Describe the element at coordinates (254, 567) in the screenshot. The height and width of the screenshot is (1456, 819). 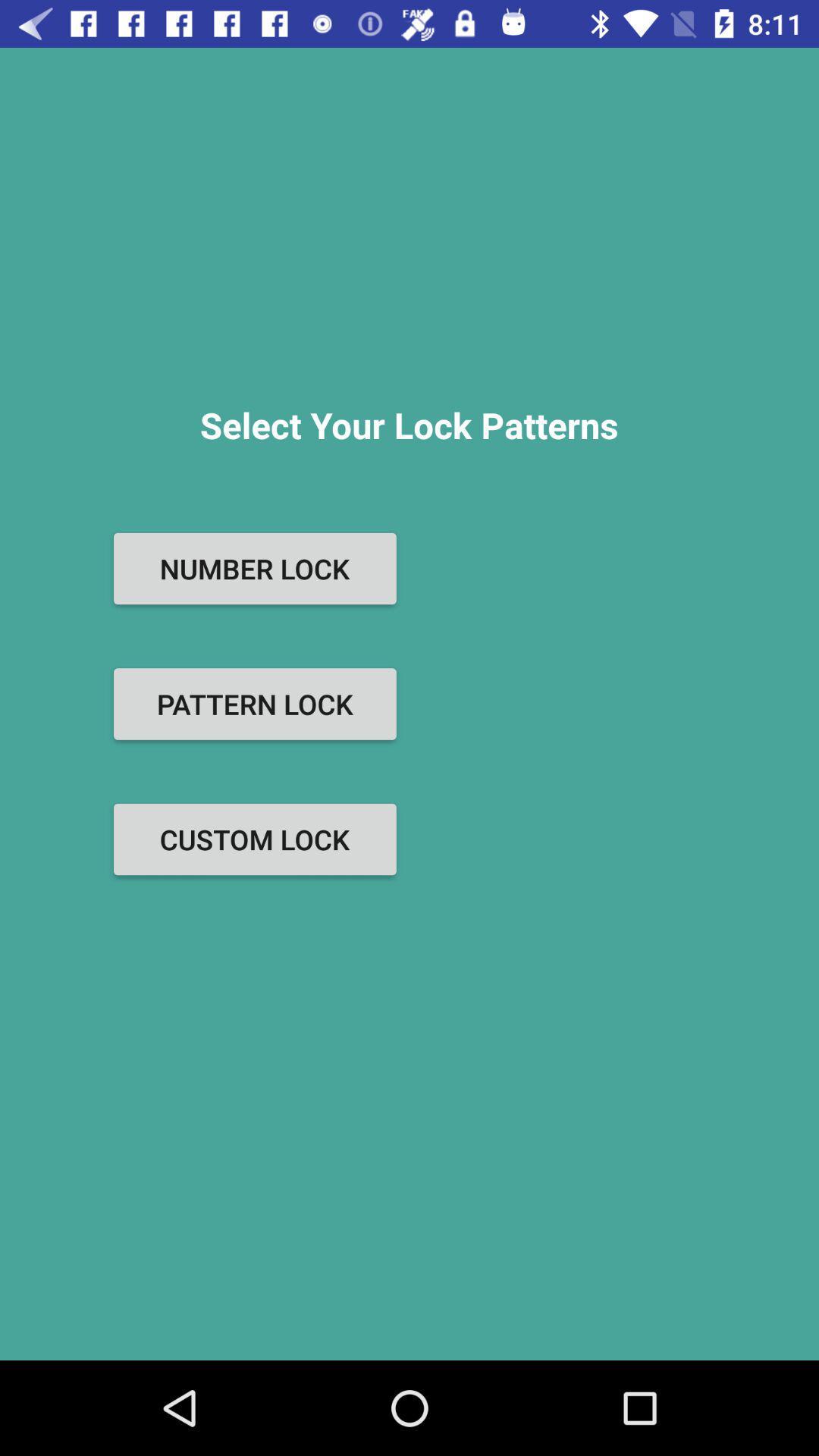
I see `icon above the pattern lock` at that location.